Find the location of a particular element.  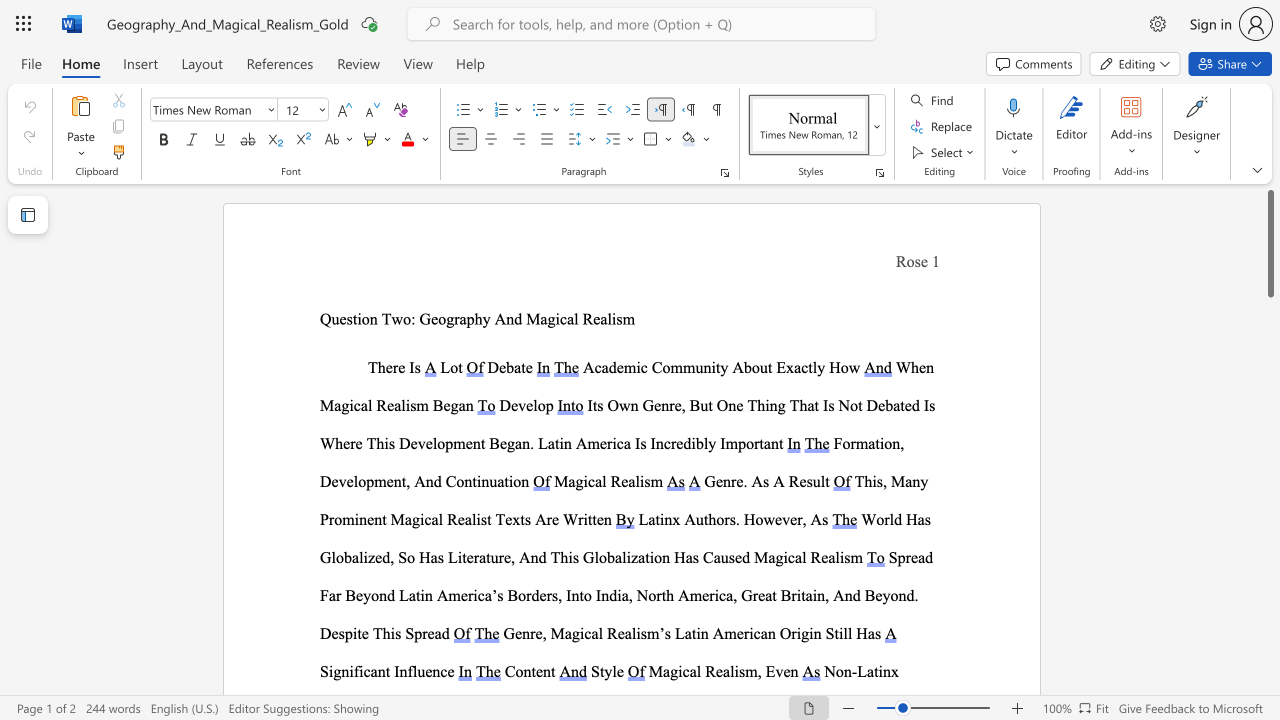

the scrollbar to move the view down is located at coordinates (1269, 640).